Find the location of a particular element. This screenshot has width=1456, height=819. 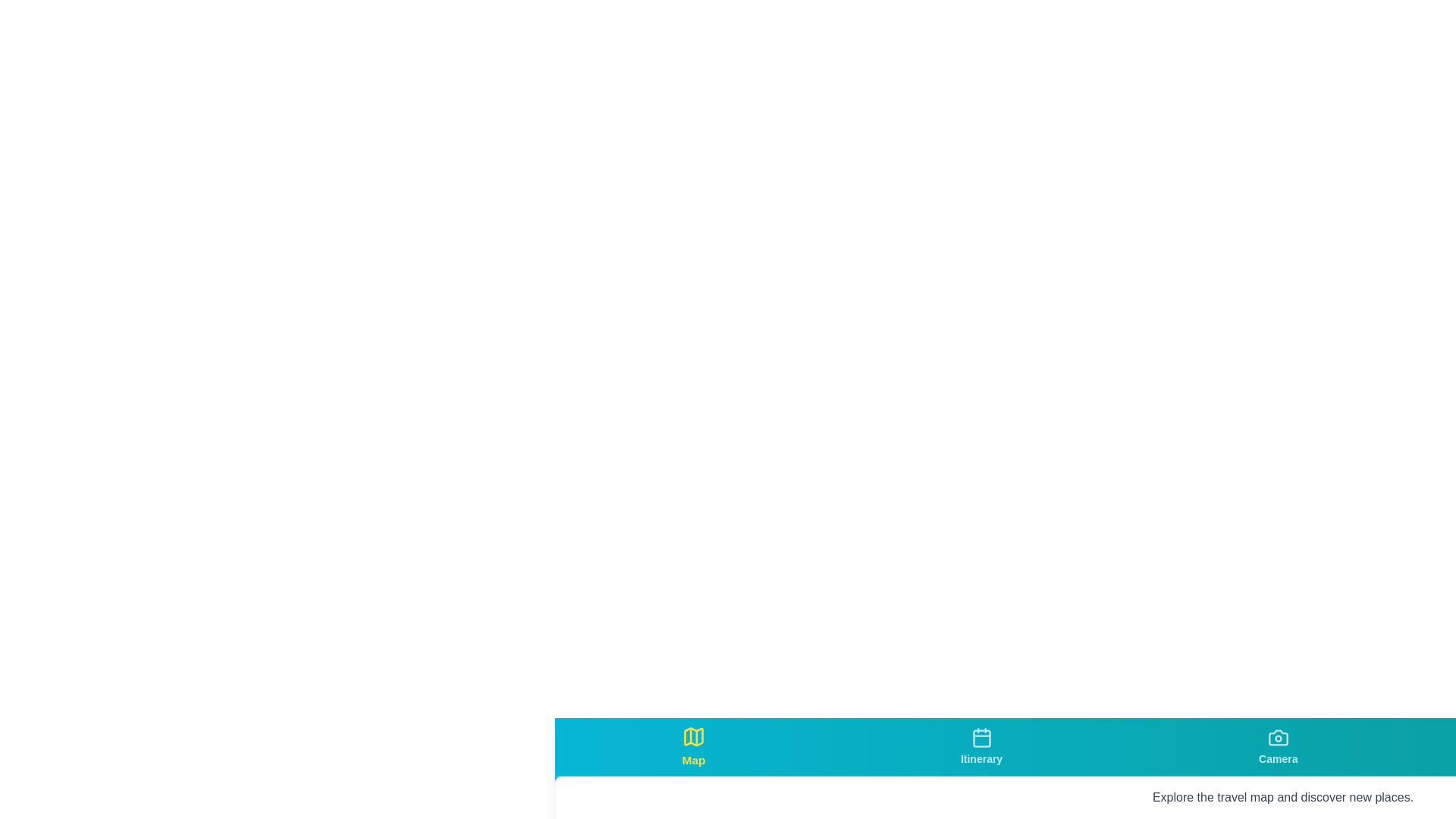

the Itinerary tab to inspect its content is located at coordinates (981, 745).